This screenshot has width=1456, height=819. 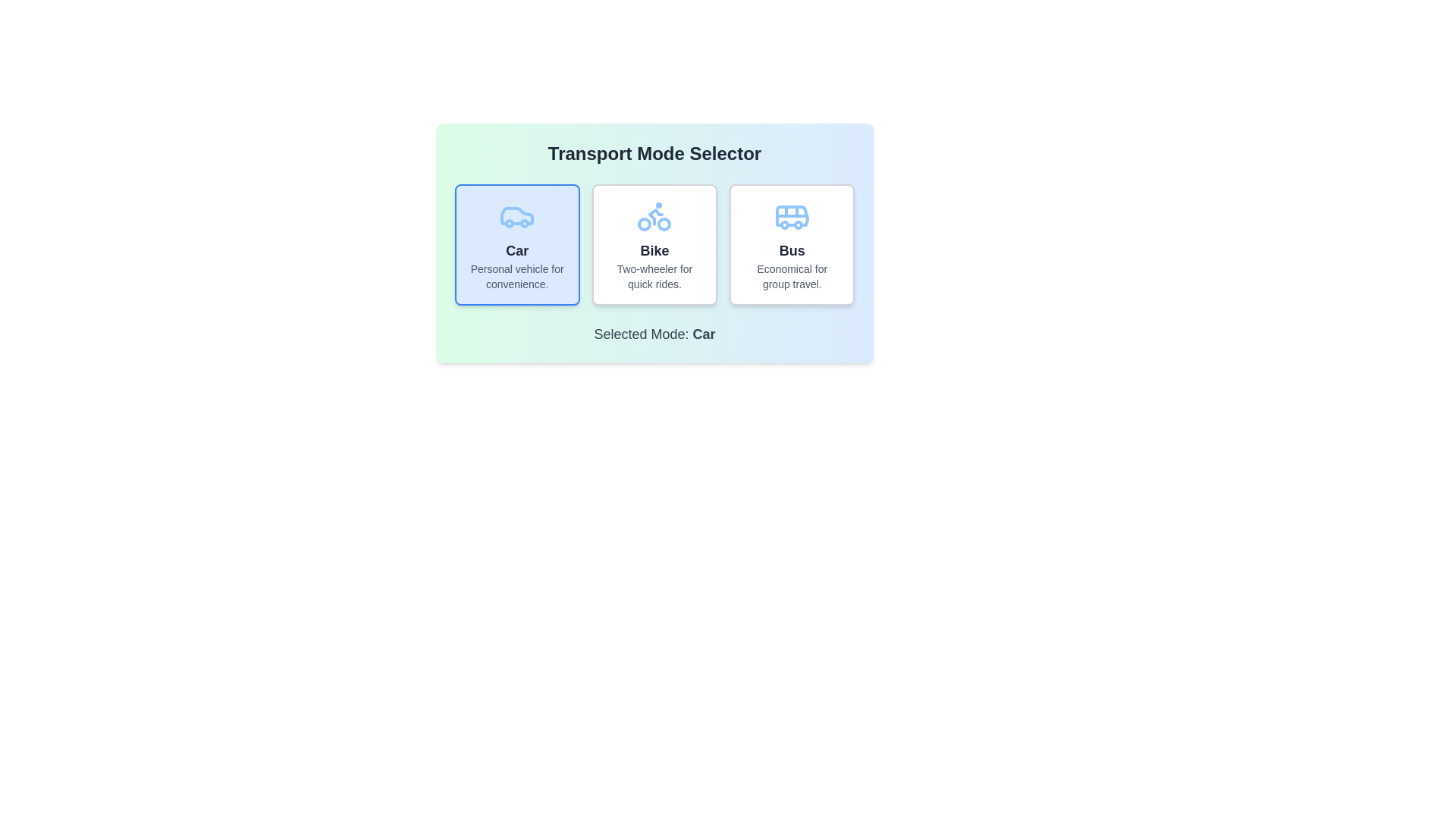 What do you see at coordinates (517, 277) in the screenshot?
I see `descriptive text label located at the bottom of the 'Car' card within the transport mode selector widget, which provides additional context about the option` at bounding box center [517, 277].